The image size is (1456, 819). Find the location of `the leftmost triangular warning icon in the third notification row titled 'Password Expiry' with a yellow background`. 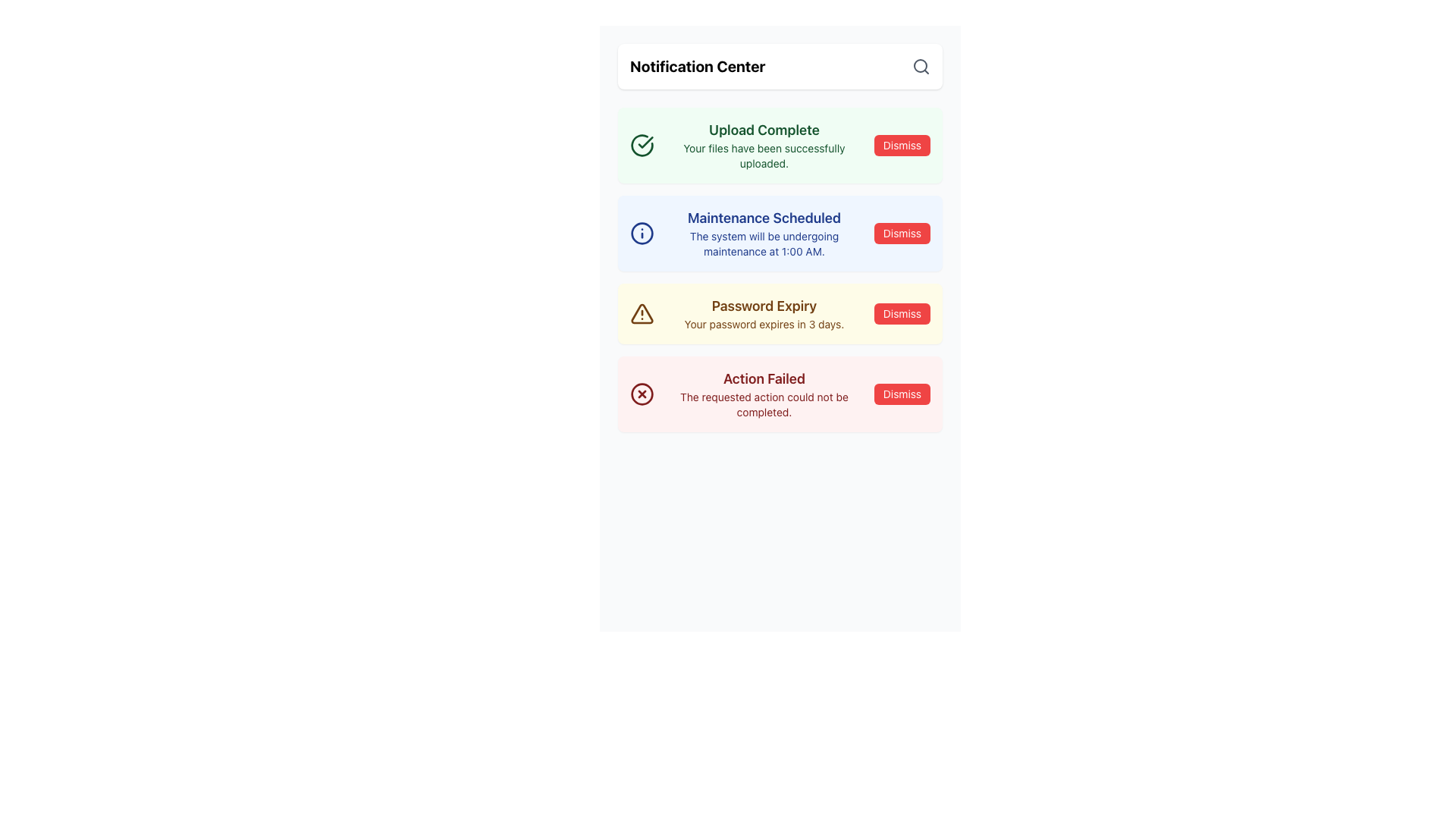

the leftmost triangular warning icon in the third notification row titled 'Password Expiry' with a yellow background is located at coordinates (642, 312).